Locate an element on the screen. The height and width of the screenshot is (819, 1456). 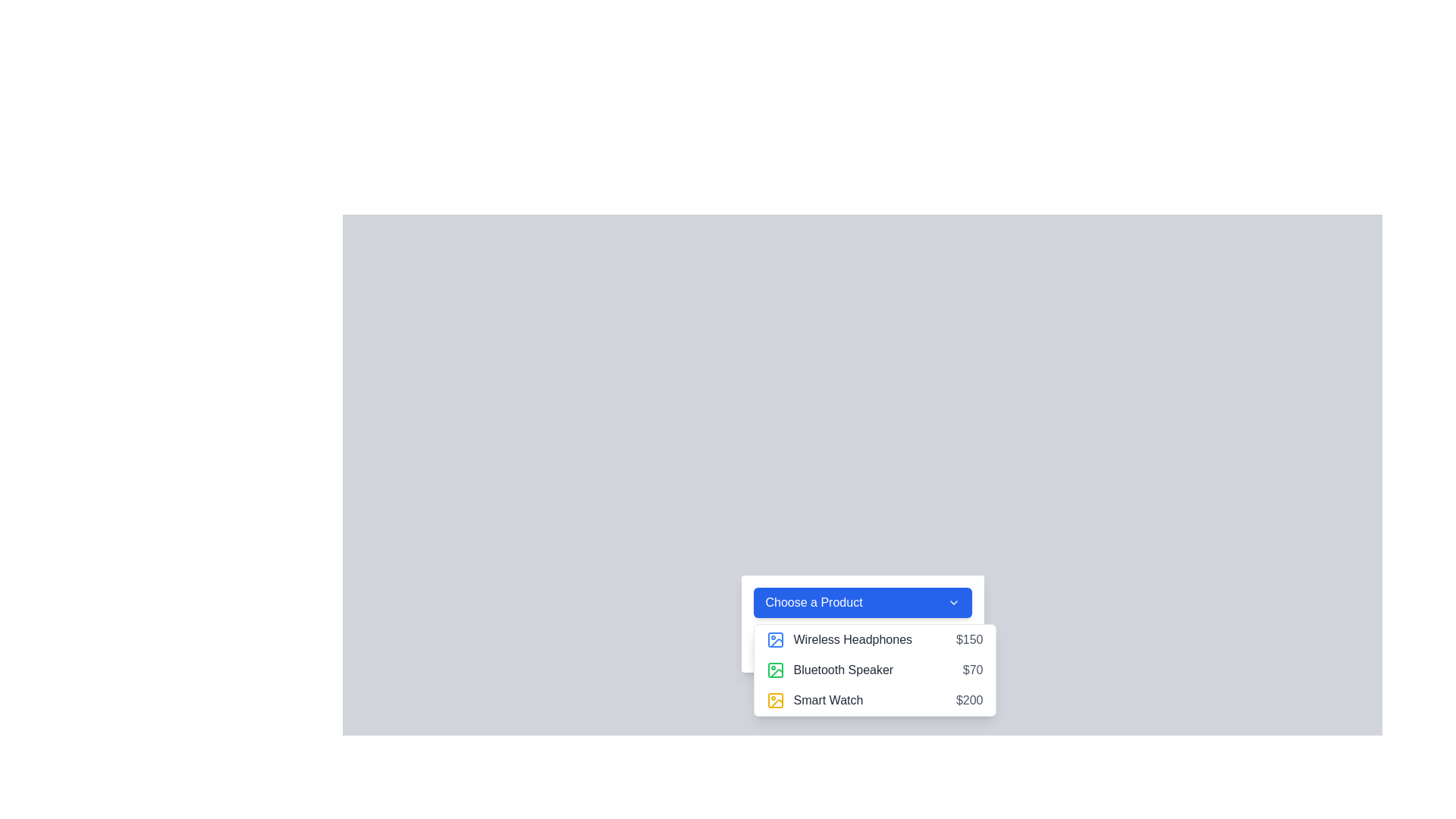
the square icon with a gold border and white background that depicts a mountain range with a sun, located in the third row of the dropdown menu list, preceding the text 'Smart Watch' is located at coordinates (775, 701).